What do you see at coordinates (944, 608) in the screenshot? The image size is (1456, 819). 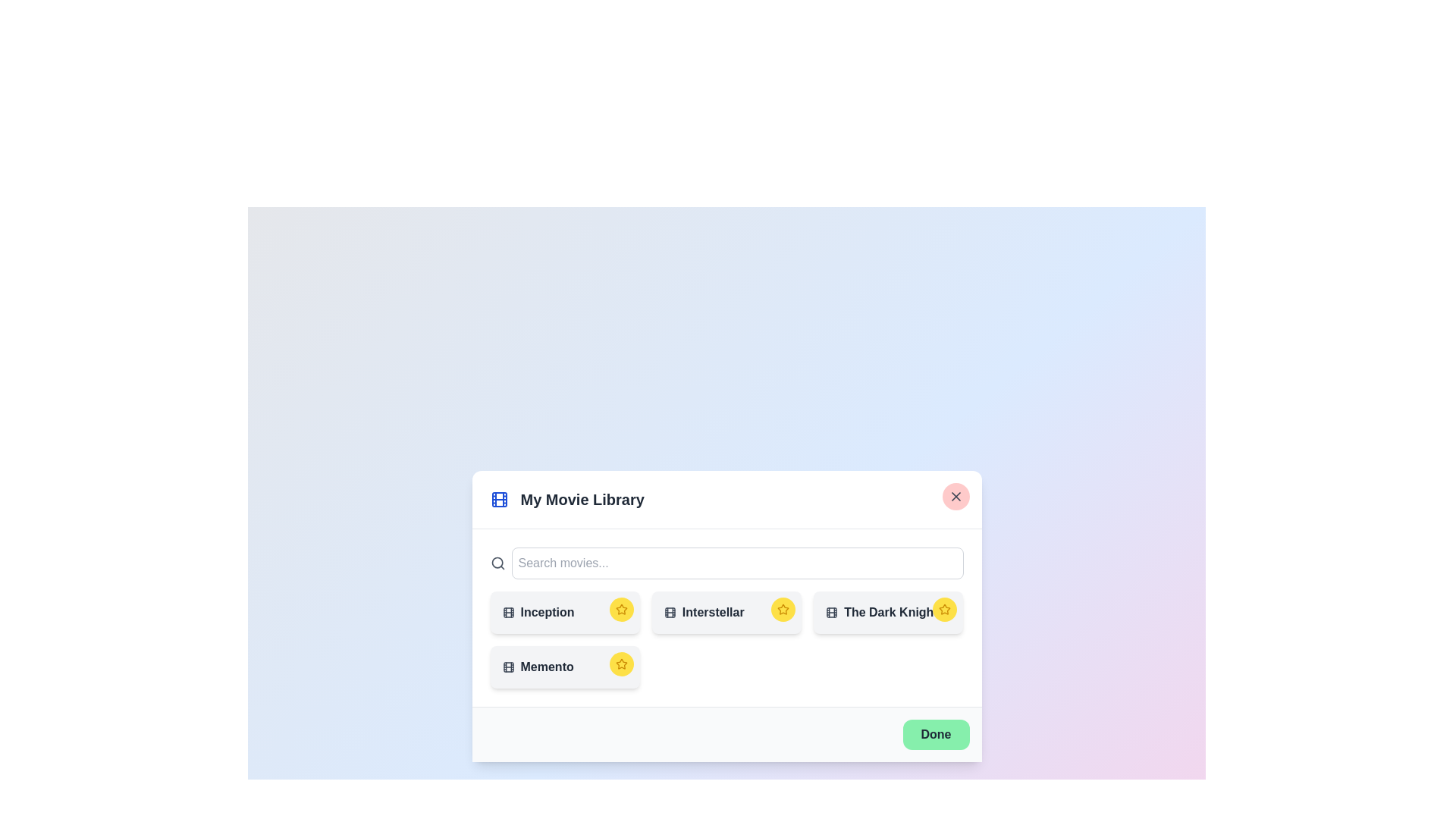 I see `the button located at the upper right corner of 'The Dark Knight' movie card to mark it as a favorite` at bounding box center [944, 608].